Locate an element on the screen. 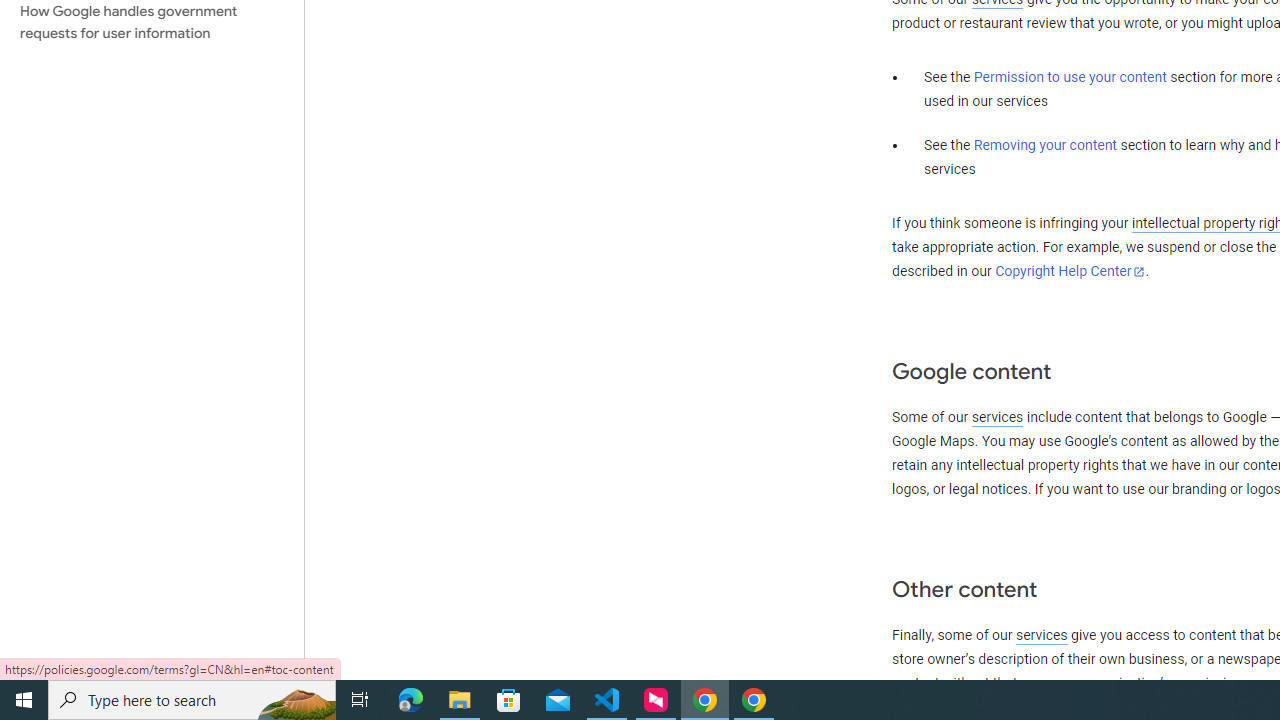  'Permission to use your content' is located at coordinates (1069, 77).